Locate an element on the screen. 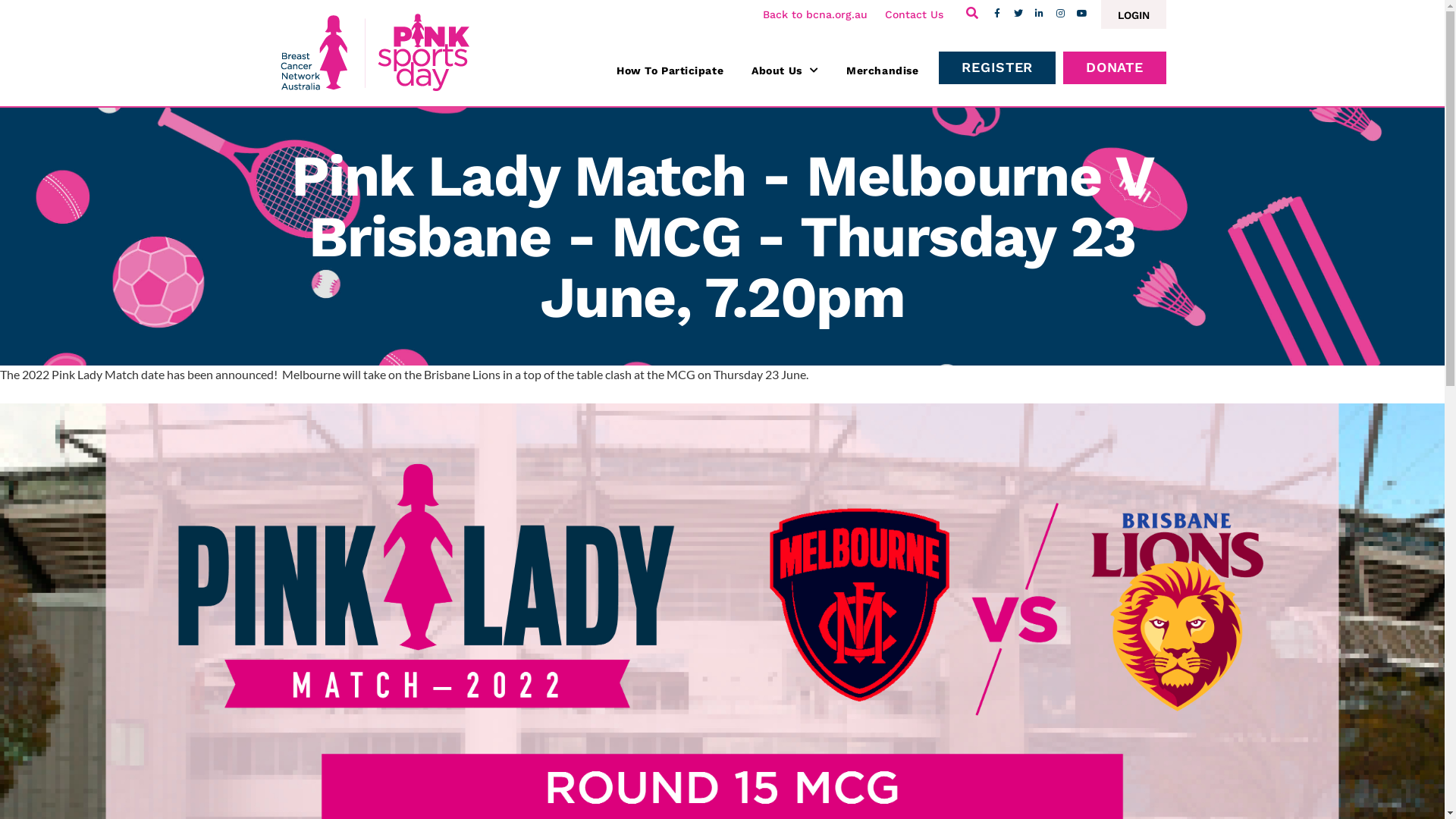 This screenshot has width=1456, height=819. 'Merchandise' is located at coordinates (882, 70).